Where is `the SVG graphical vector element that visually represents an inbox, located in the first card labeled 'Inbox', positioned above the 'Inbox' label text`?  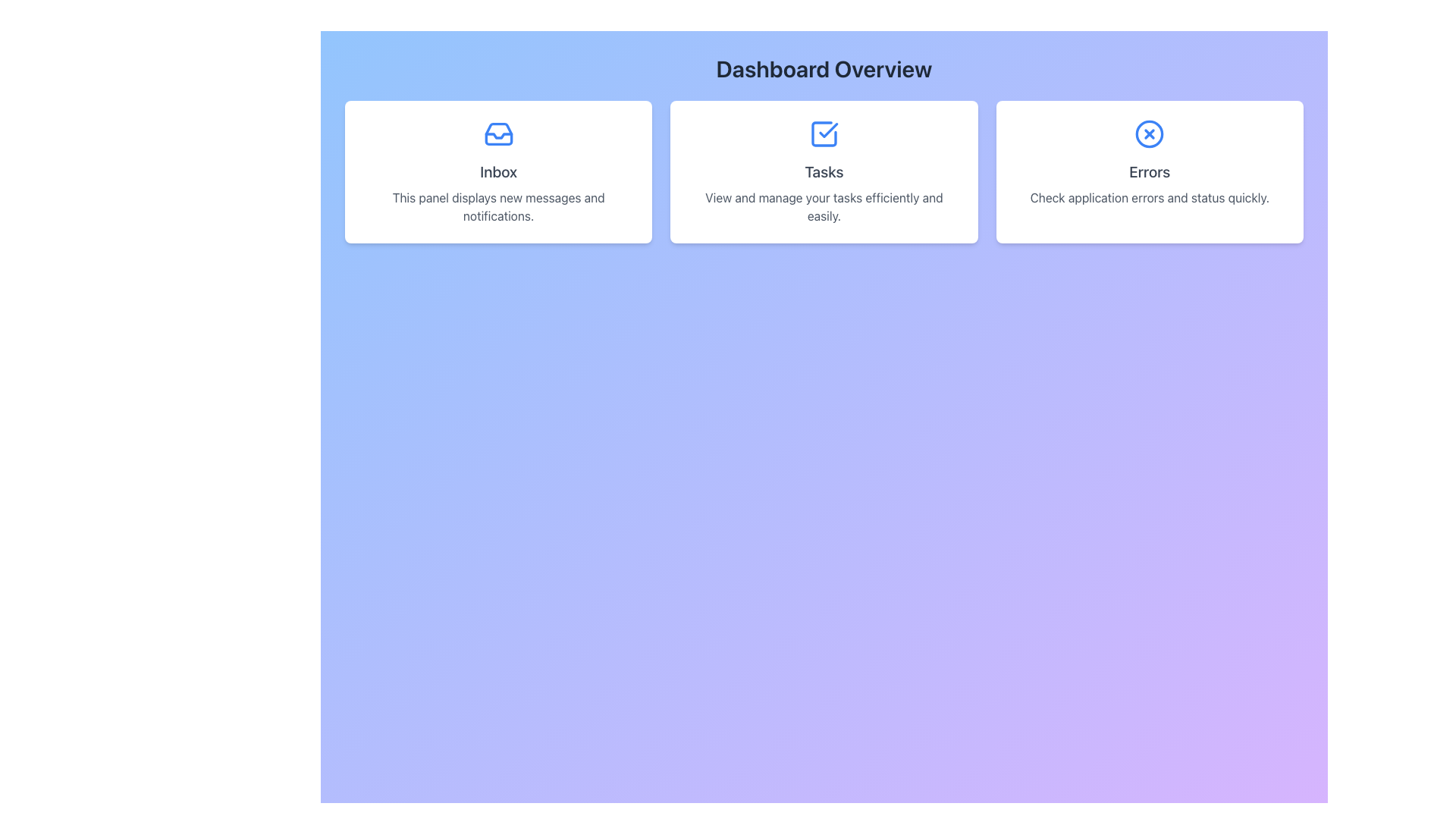 the SVG graphical vector element that visually represents an inbox, located in the first card labeled 'Inbox', positioned above the 'Inbox' label text is located at coordinates (498, 133).